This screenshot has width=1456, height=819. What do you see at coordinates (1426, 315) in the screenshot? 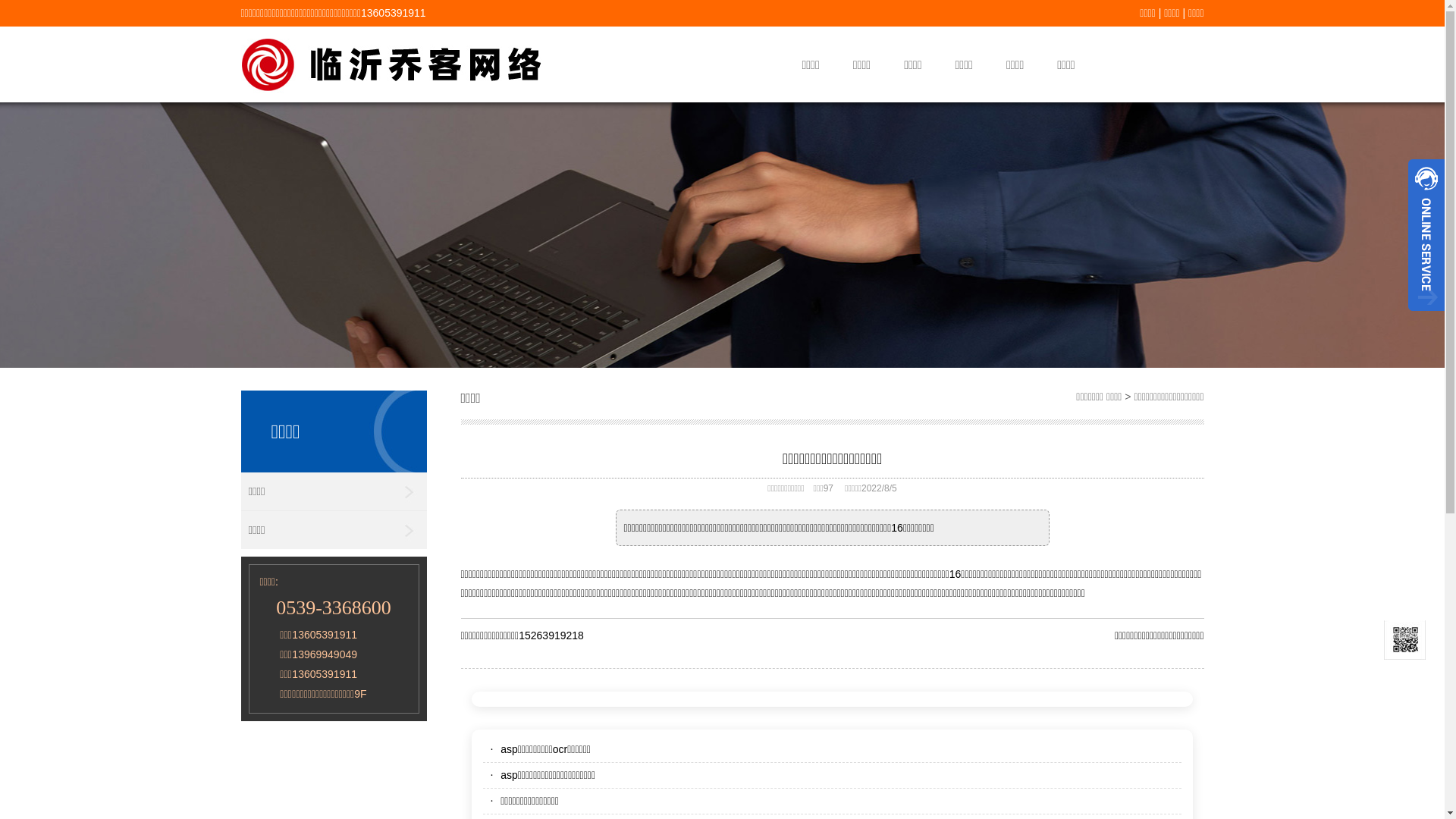
I see `'Close'` at bounding box center [1426, 315].